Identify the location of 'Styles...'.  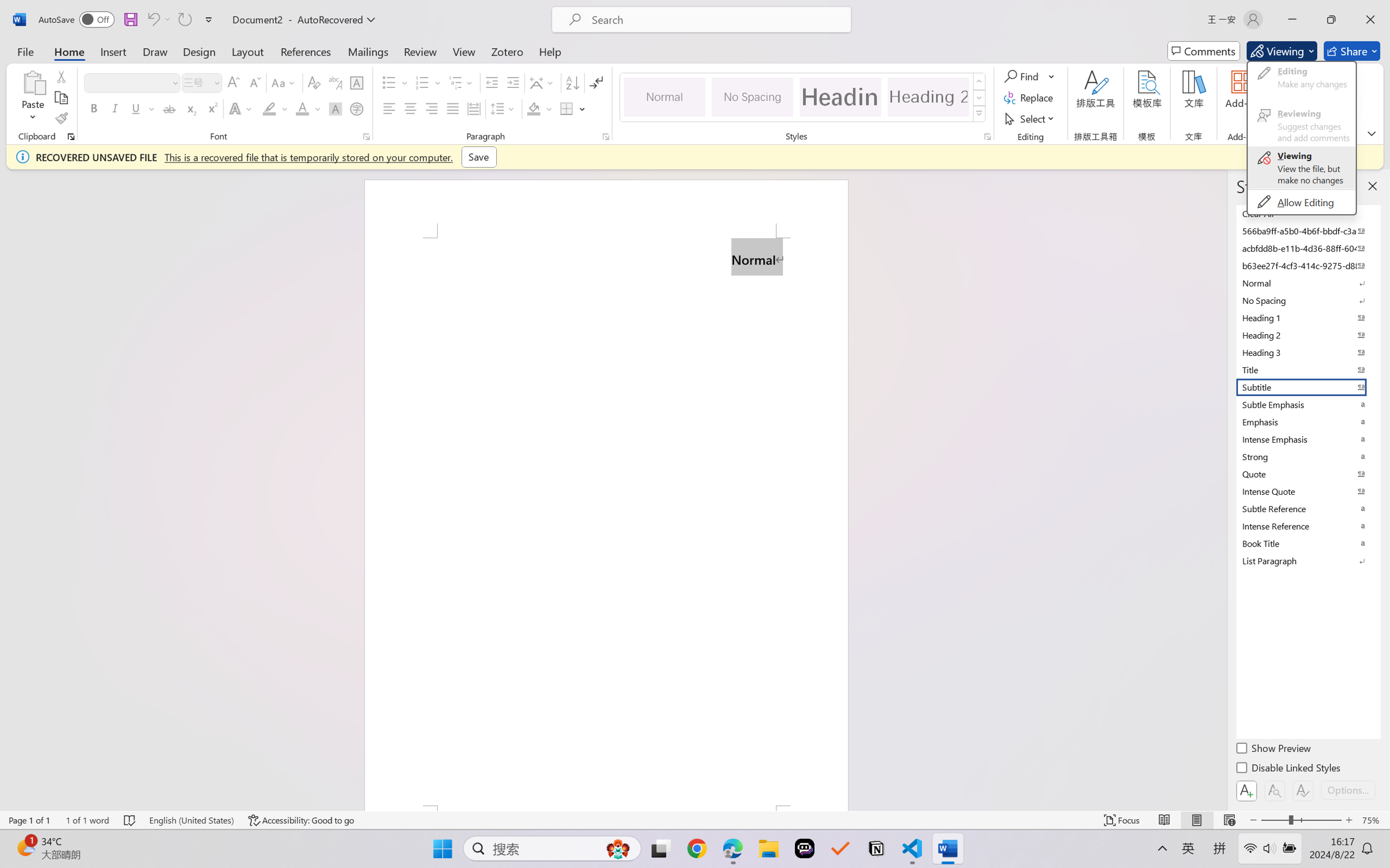
(987, 136).